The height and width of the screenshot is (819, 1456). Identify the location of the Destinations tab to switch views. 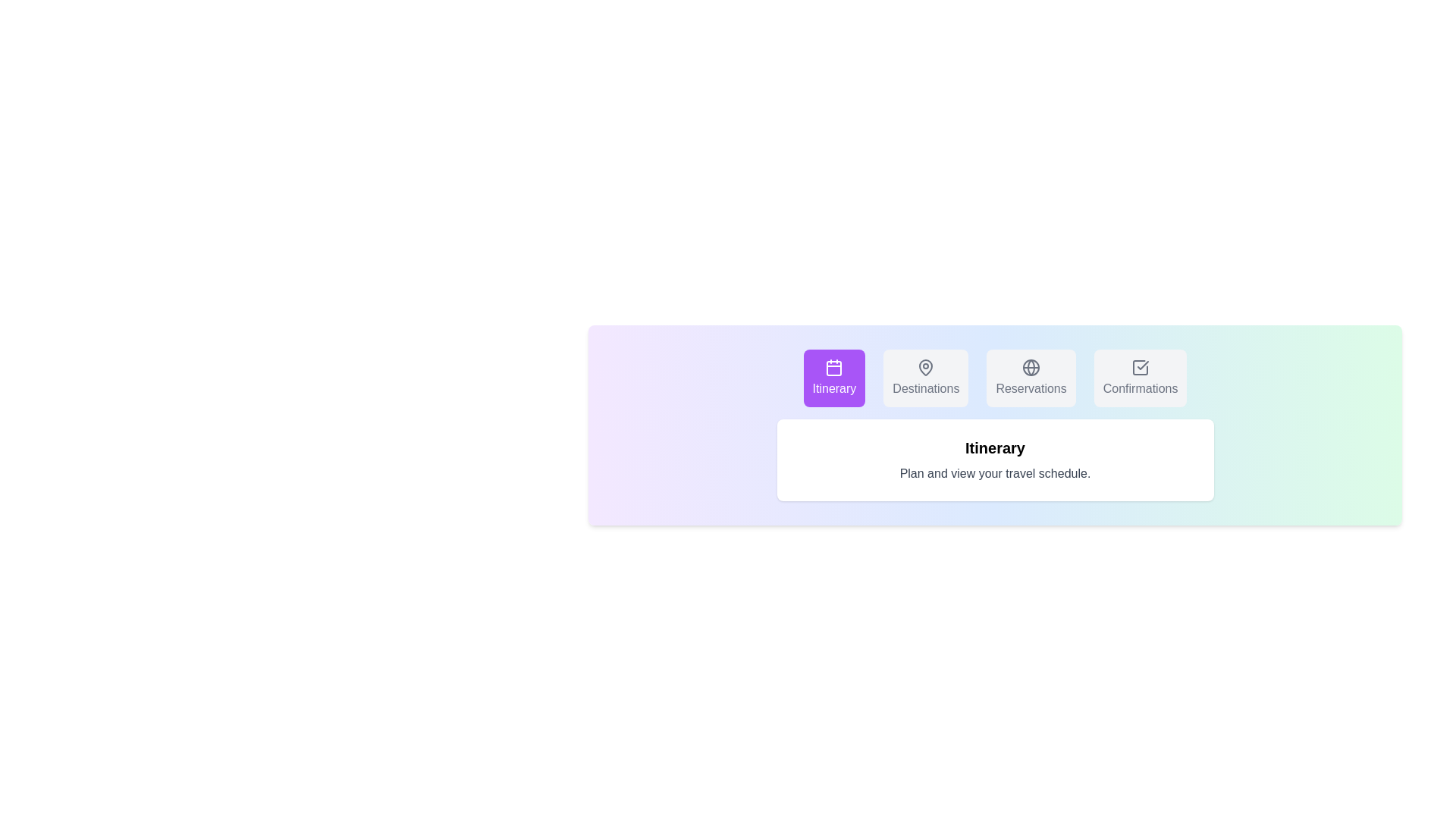
(925, 377).